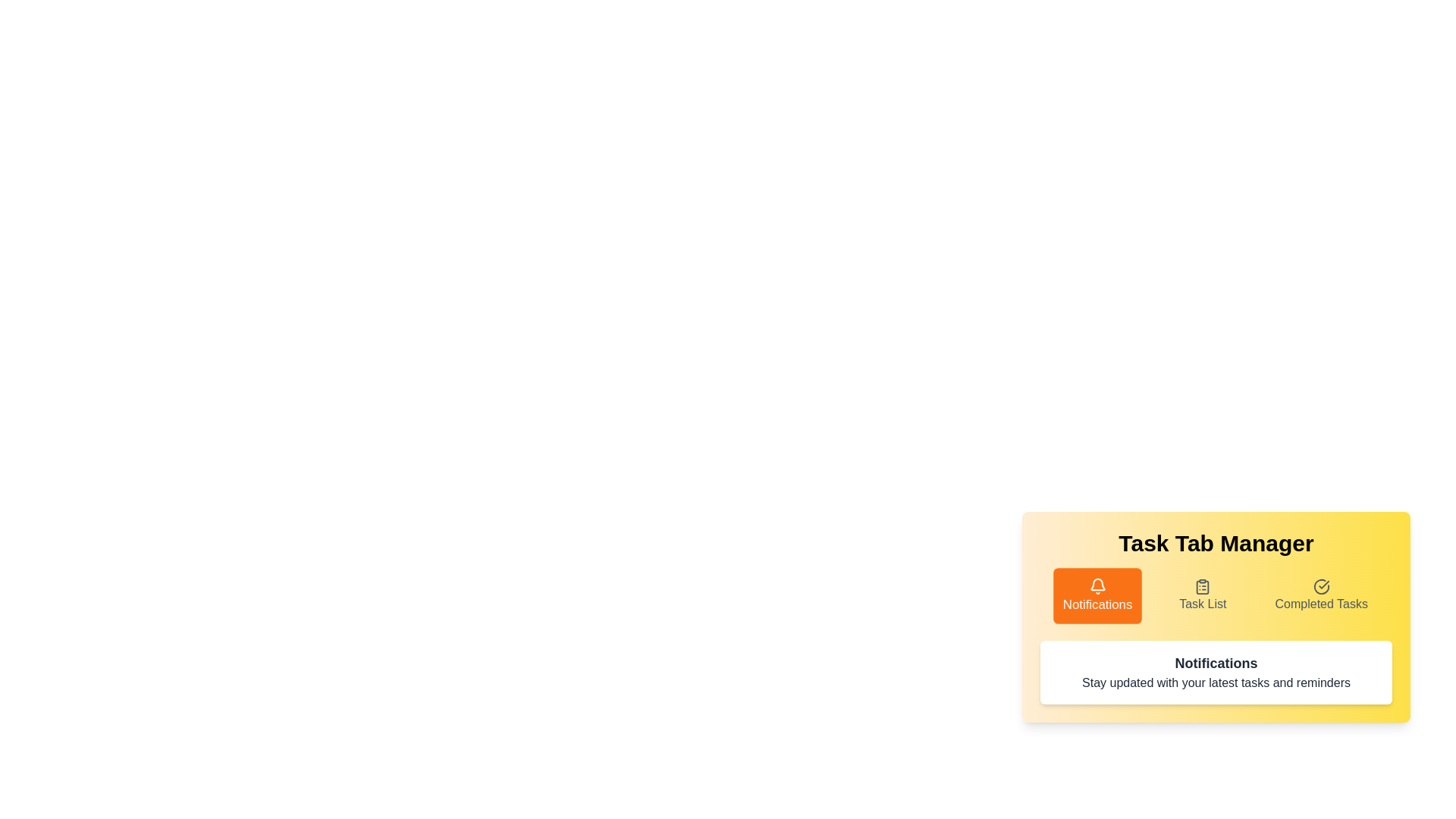  I want to click on the tab labeled Task List by clicking on it, so click(1202, 595).